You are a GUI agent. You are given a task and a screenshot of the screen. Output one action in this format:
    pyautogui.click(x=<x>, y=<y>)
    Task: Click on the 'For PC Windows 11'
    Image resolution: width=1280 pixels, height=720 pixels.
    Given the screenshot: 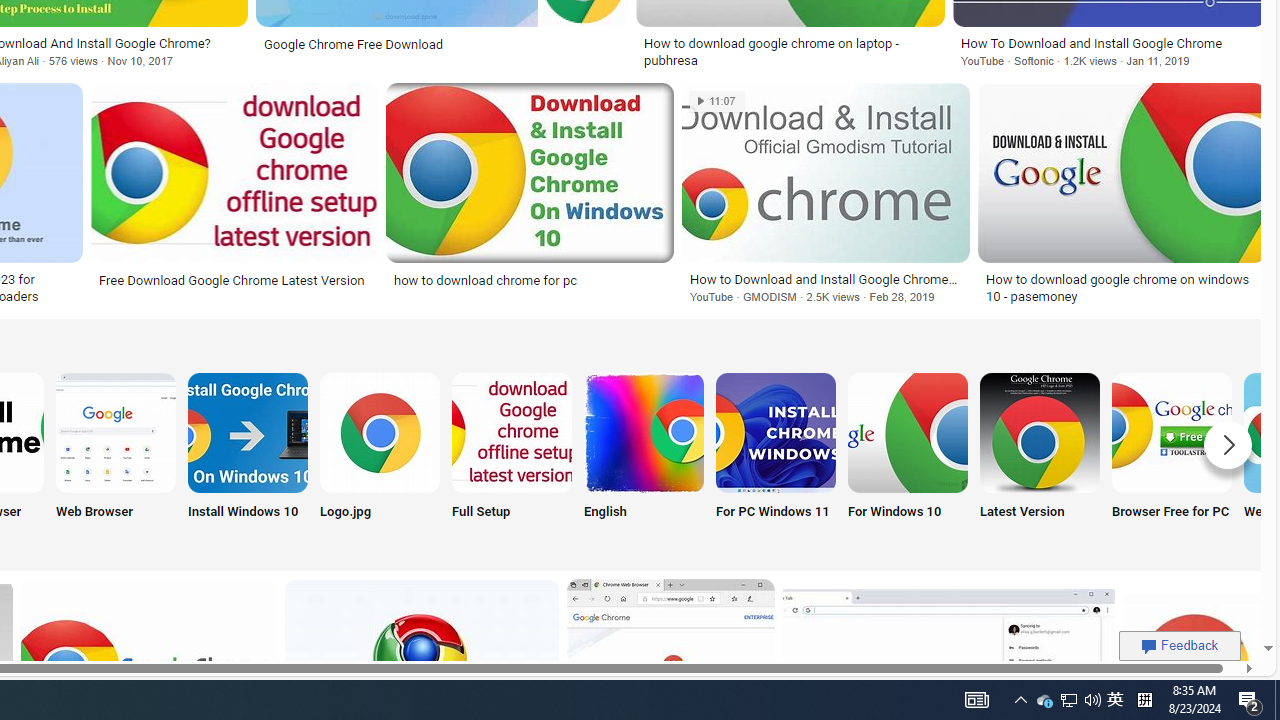 What is the action you would take?
    pyautogui.click(x=774, y=457)
    